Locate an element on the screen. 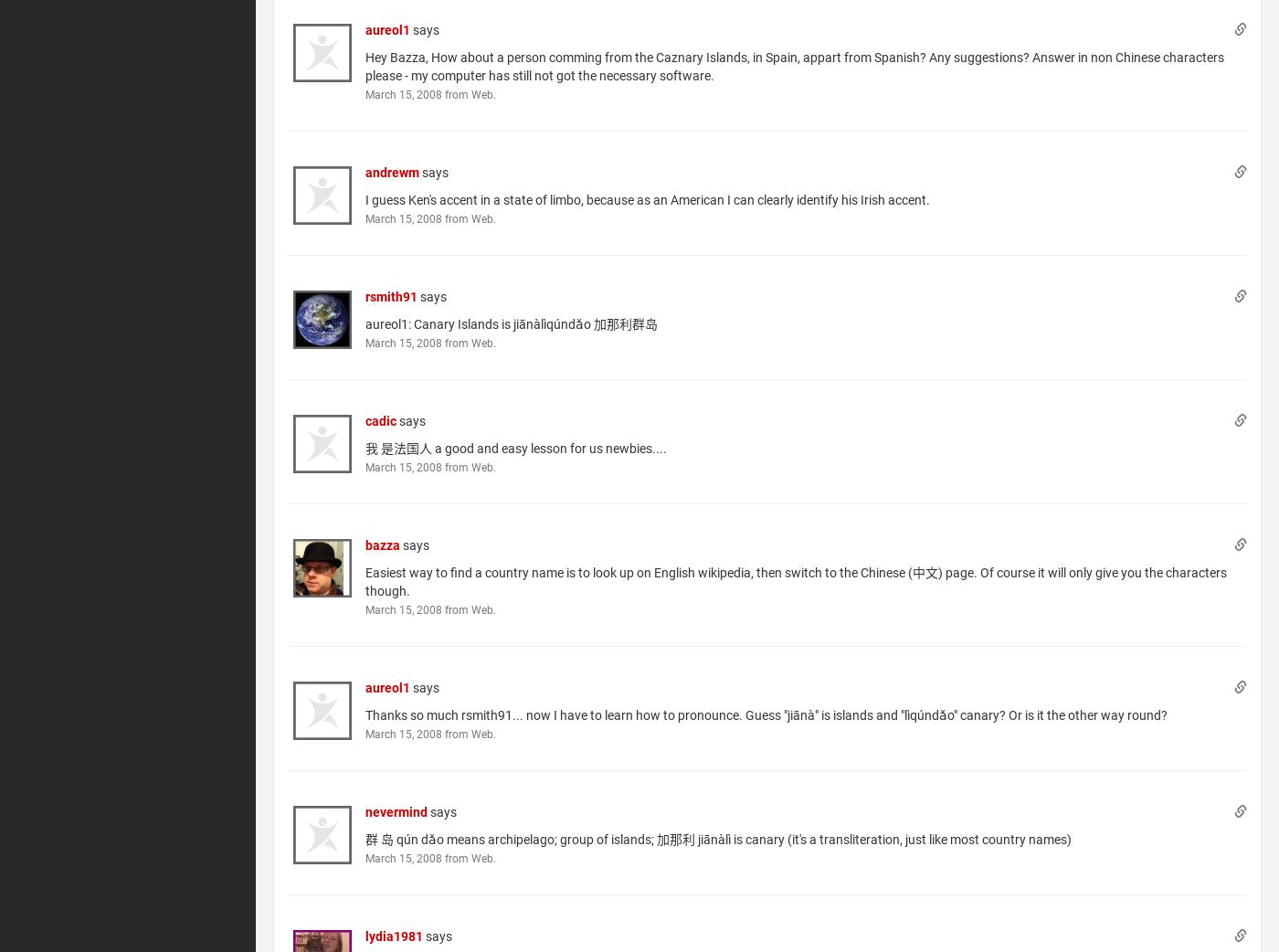 This screenshot has width=1279, height=952. 'bazza' is located at coordinates (383, 544).